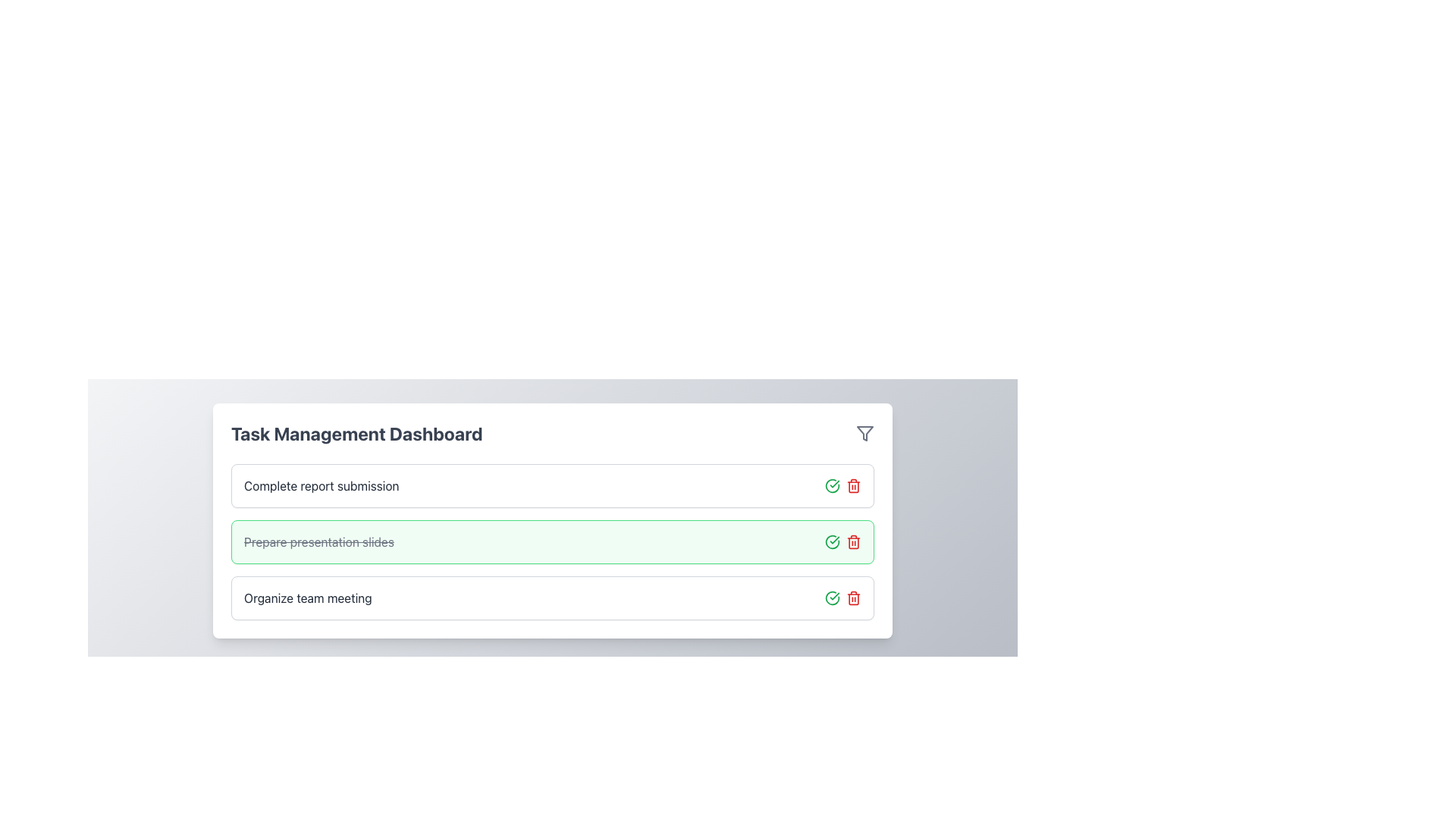 This screenshot has width=1456, height=819. What do you see at coordinates (832, 485) in the screenshot?
I see `the green circular checkmark icon located to the right of the second task in the checklist to mark the task as completed` at bounding box center [832, 485].